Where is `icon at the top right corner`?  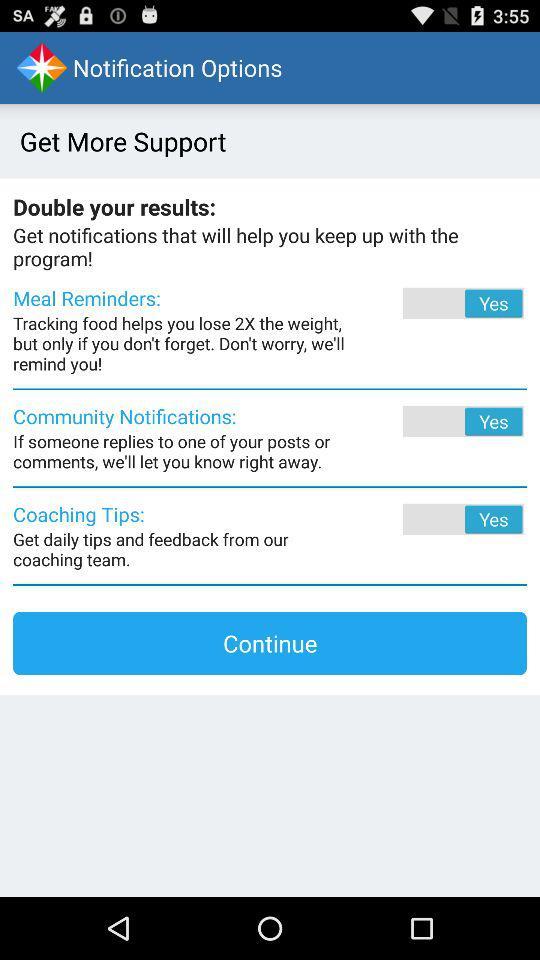 icon at the top right corner is located at coordinates (435, 303).